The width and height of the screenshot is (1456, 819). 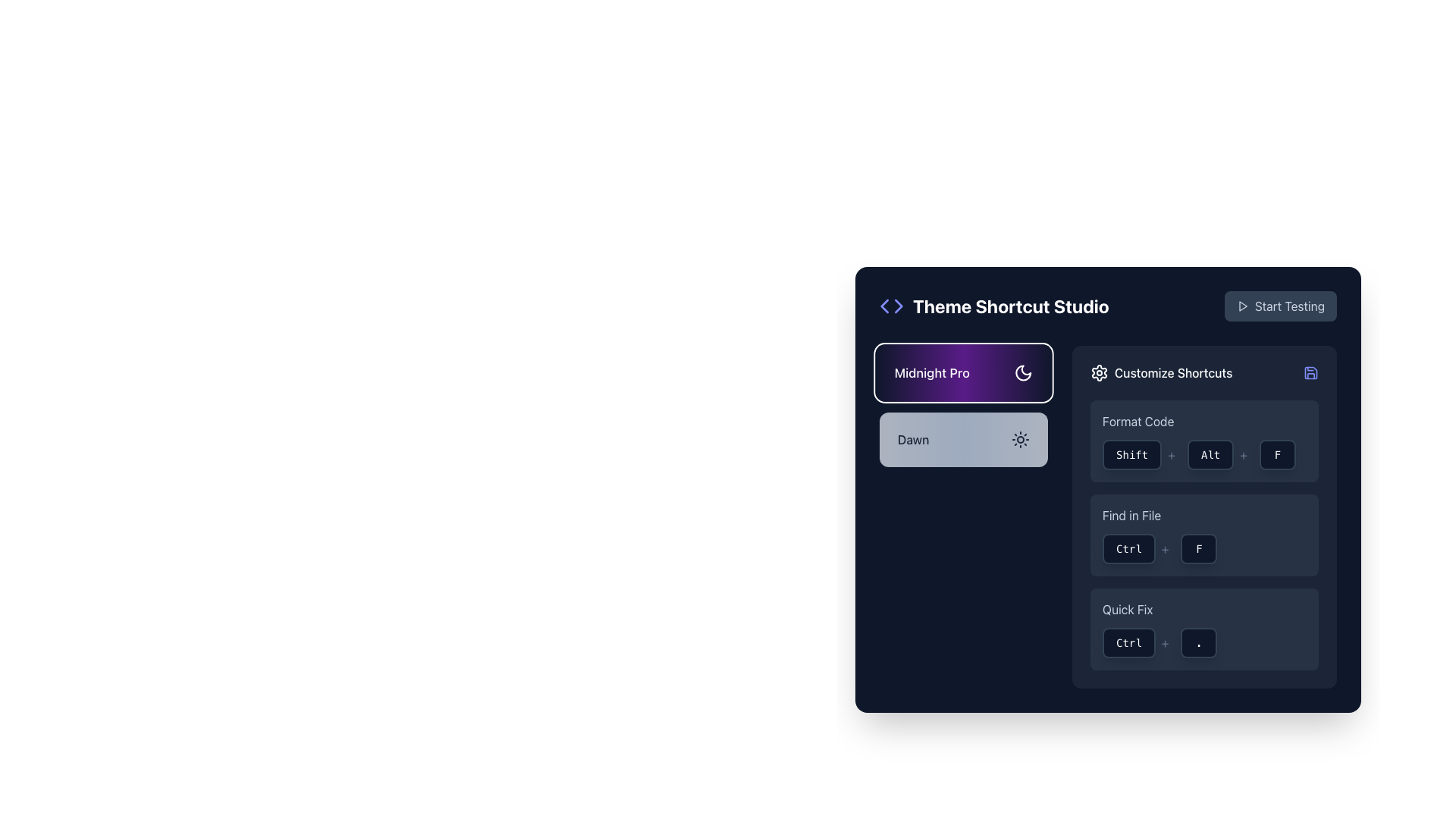 What do you see at coordinates (1220, 454) in the screenshot?
I see `the display-only button labeled 'Alt', which has a dark navy-blue background and white text, located in the 'Format Code' section of the 'Customize Shortcuts' panel` at bounding box center [1220, 454].